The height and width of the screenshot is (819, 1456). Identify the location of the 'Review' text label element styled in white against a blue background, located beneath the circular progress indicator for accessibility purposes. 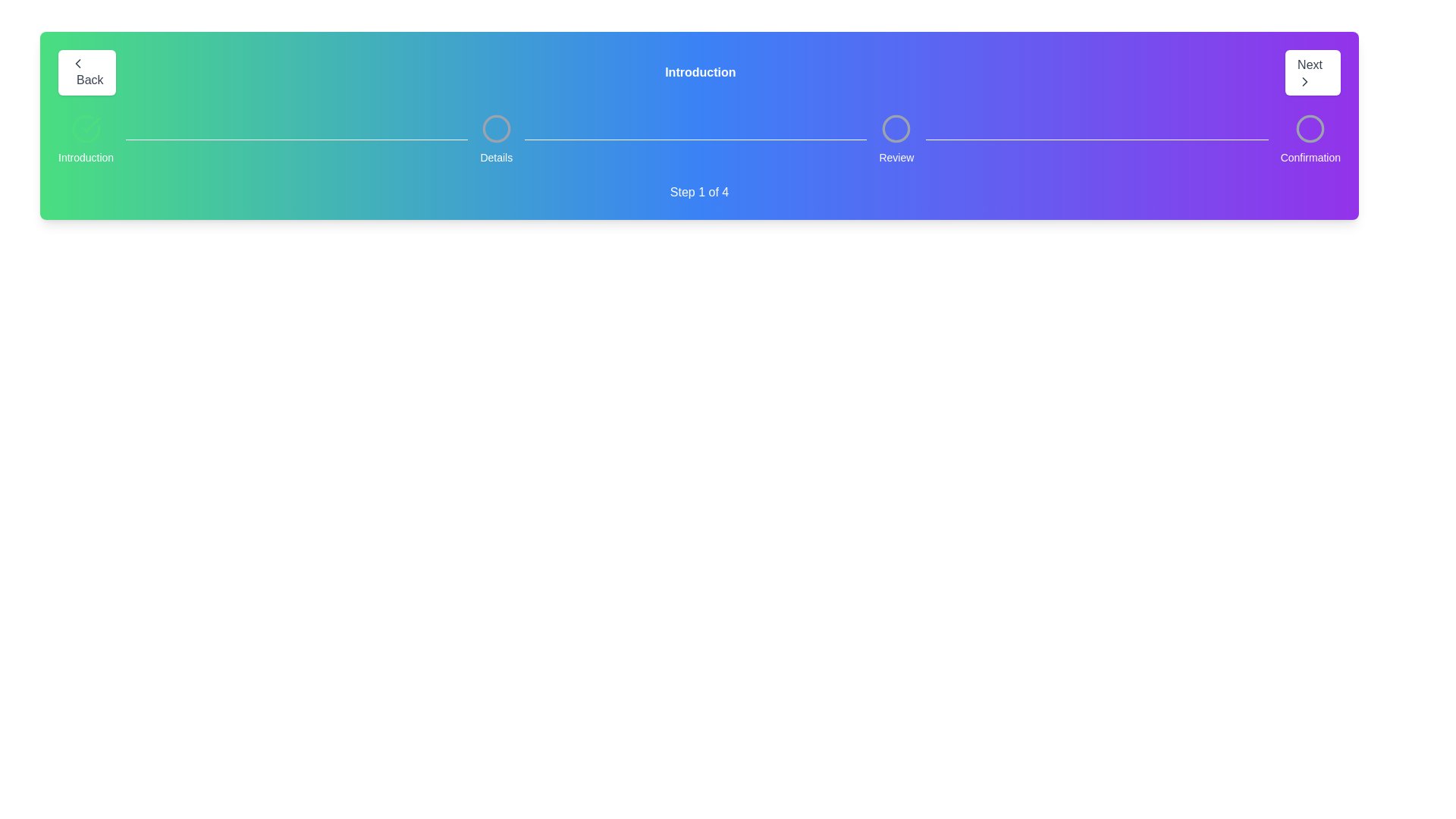
(896, 158).